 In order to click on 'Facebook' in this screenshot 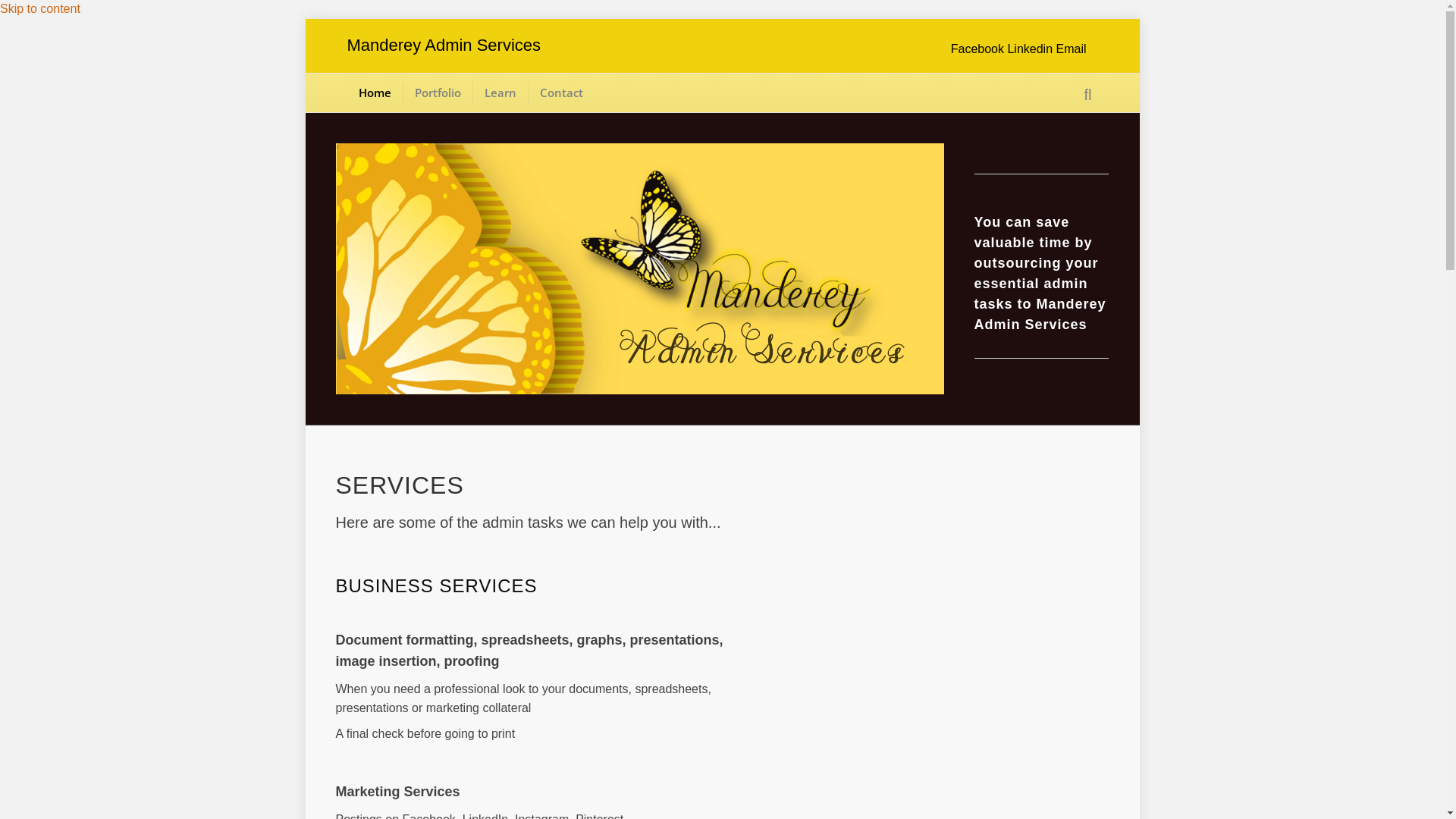, I will do `click(979, 48)`.